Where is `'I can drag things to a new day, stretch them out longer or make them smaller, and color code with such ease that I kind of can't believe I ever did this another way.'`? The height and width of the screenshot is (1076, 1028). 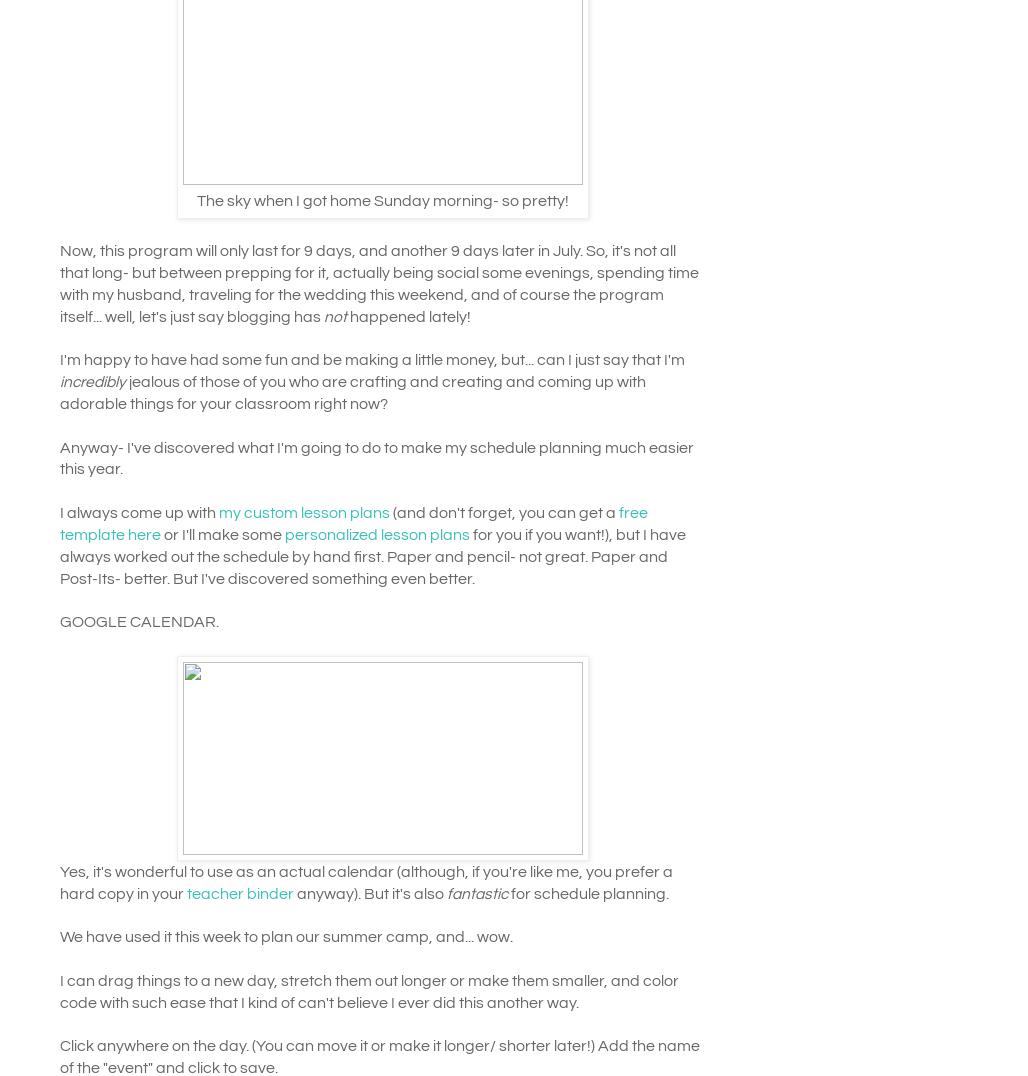 'I can drag things to a new day, stretch them out longer or make them smaller, and color code with such ease that I kind of can't believe I ever did this another way.' is located at coordinates (60, 989).